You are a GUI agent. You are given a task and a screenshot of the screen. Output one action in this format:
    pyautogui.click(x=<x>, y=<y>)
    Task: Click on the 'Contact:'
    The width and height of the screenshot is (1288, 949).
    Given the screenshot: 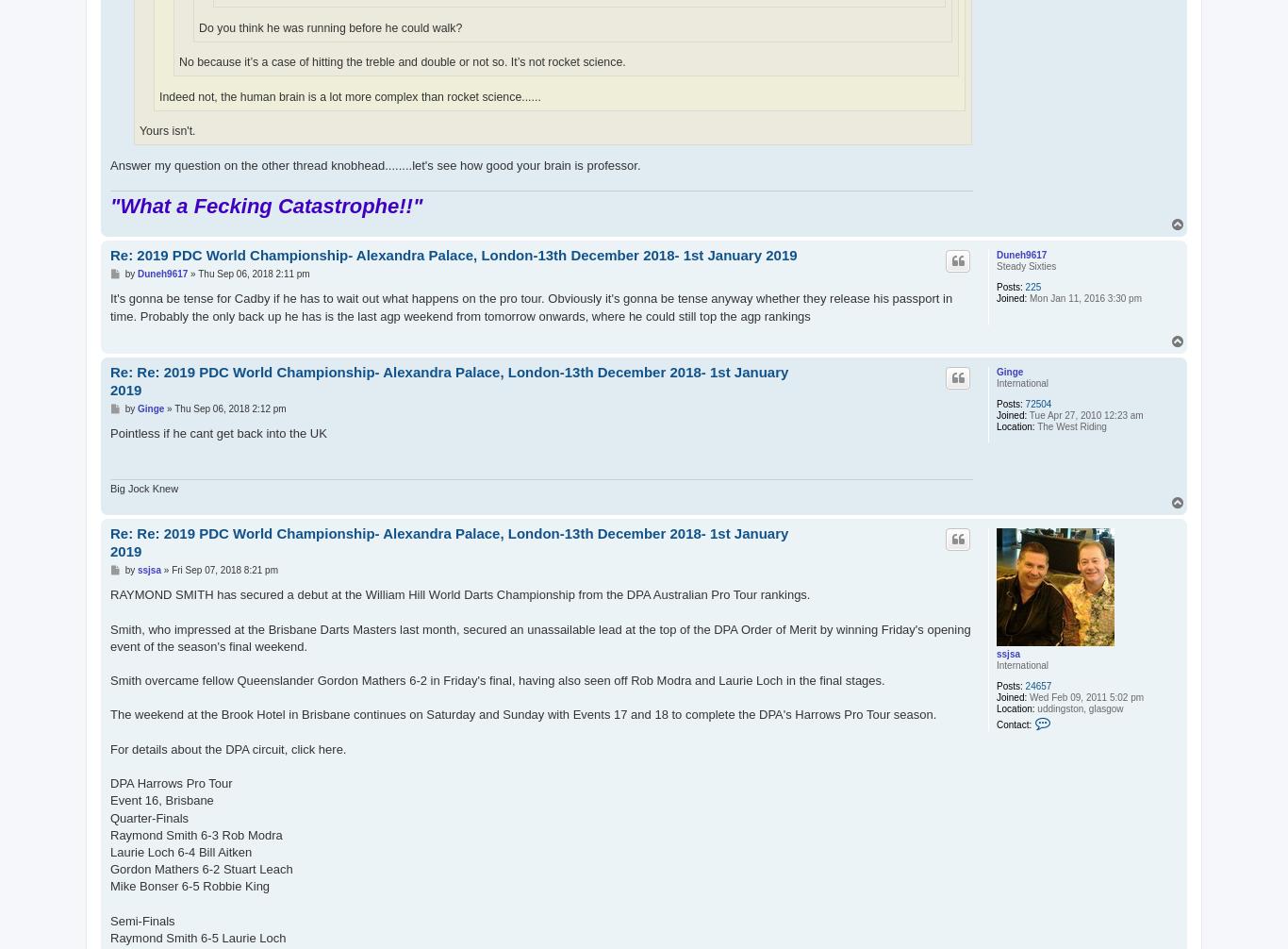 What is the action you would take?
    pyautogui.click(x=1013, y=724)
    